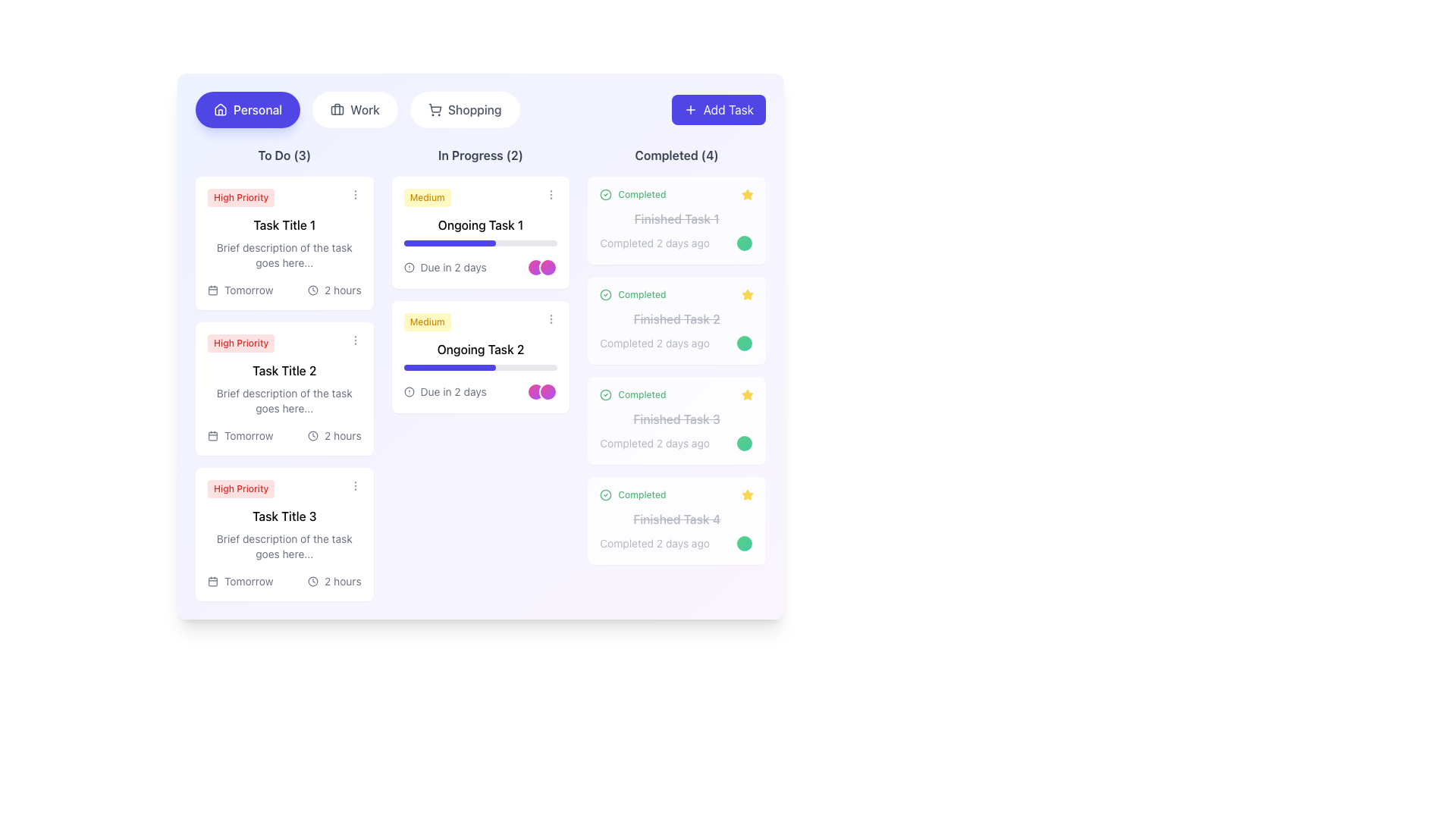 The height and width of the screenshot is (819, 1456). I want to click on the text label indicating the due date of 'Ongoing Task 1' in the 'In Progress' section to interact with the associated icons, so click(479, 267).